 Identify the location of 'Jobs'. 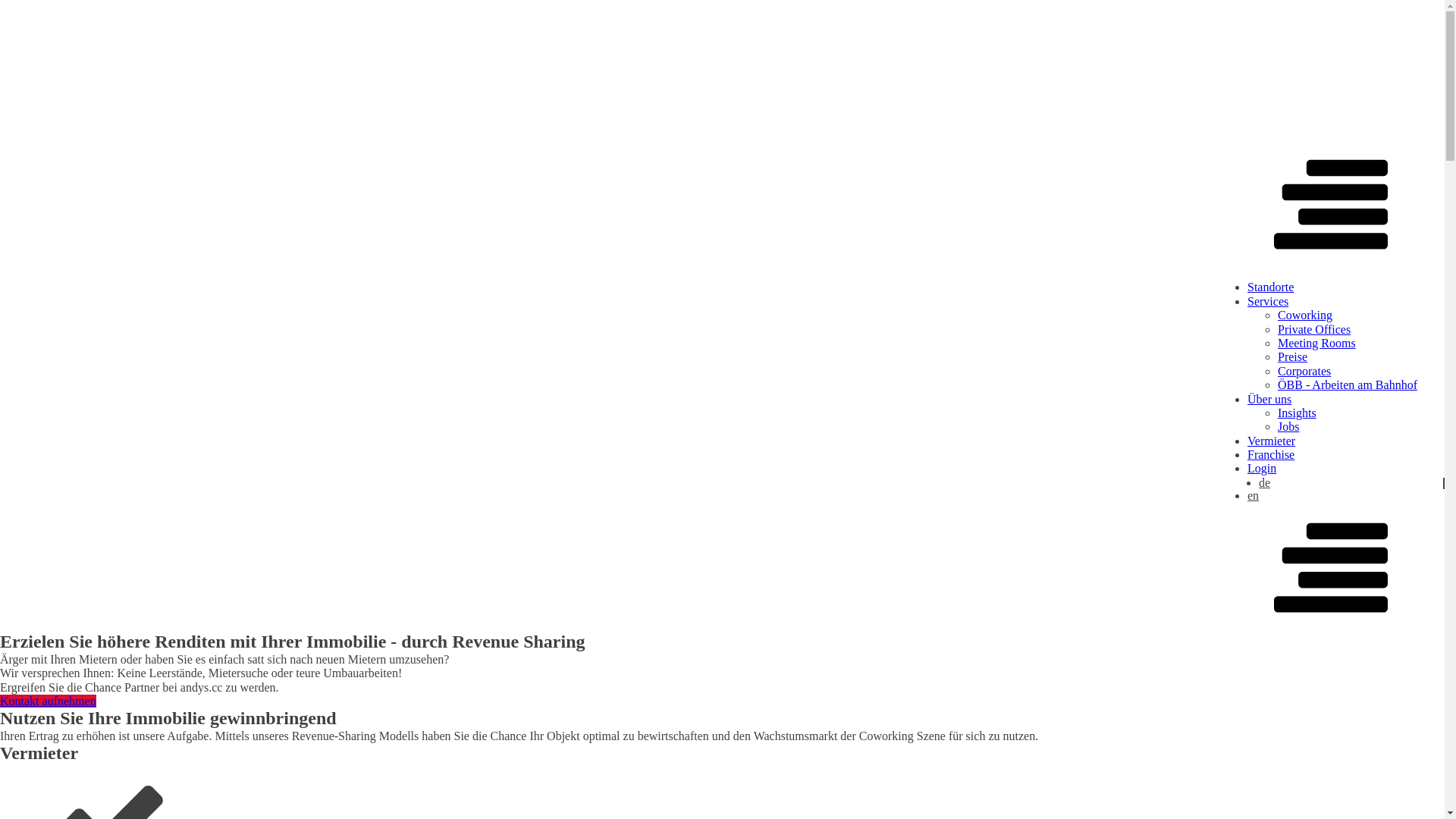
(1276, 426).